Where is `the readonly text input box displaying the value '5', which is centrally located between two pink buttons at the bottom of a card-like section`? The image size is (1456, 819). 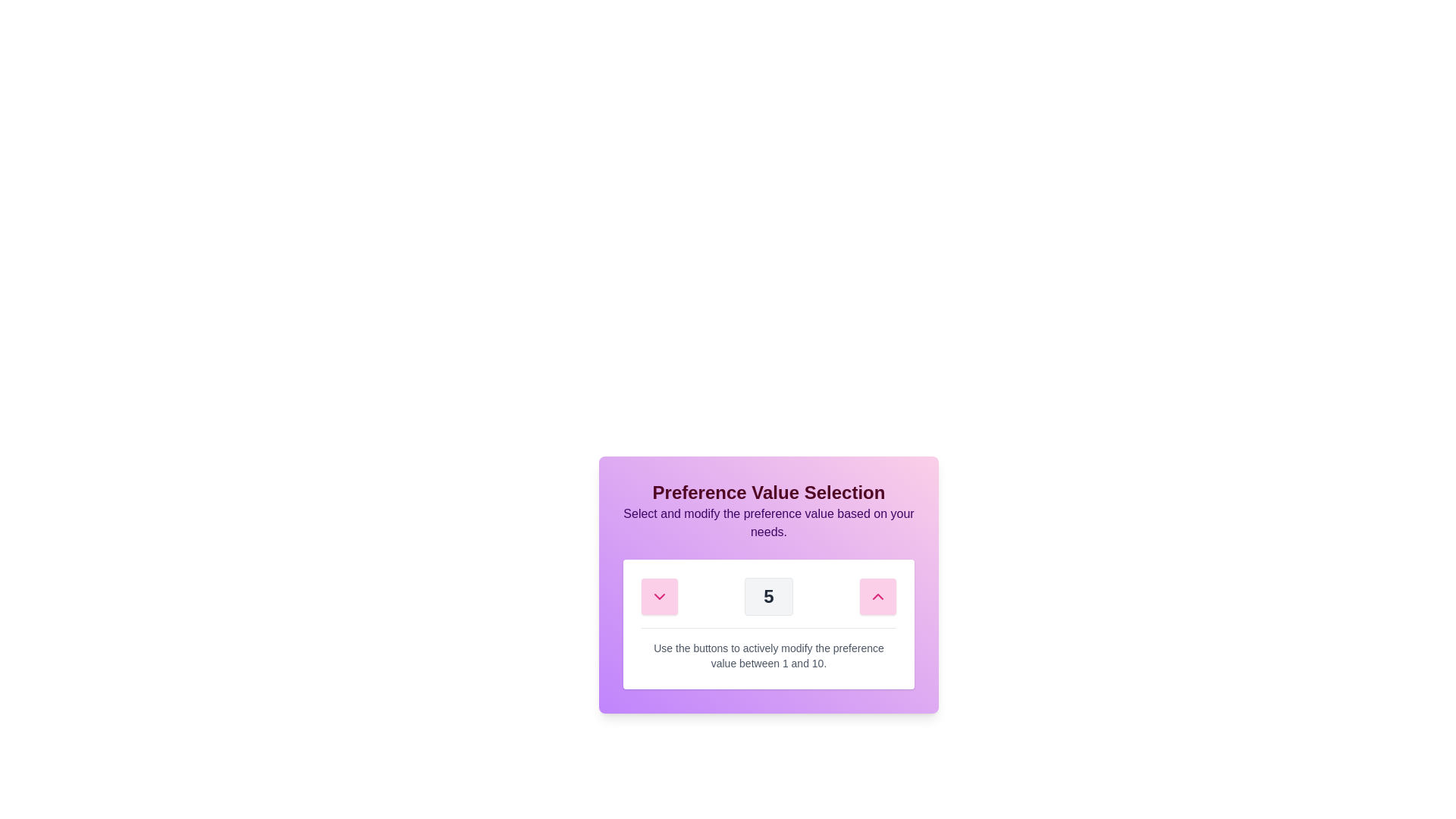 the readonly text input box displaying the value '5', which is centrally located between two pink buttons at the bottom of a card-like section is located at coordinates (768, 595).